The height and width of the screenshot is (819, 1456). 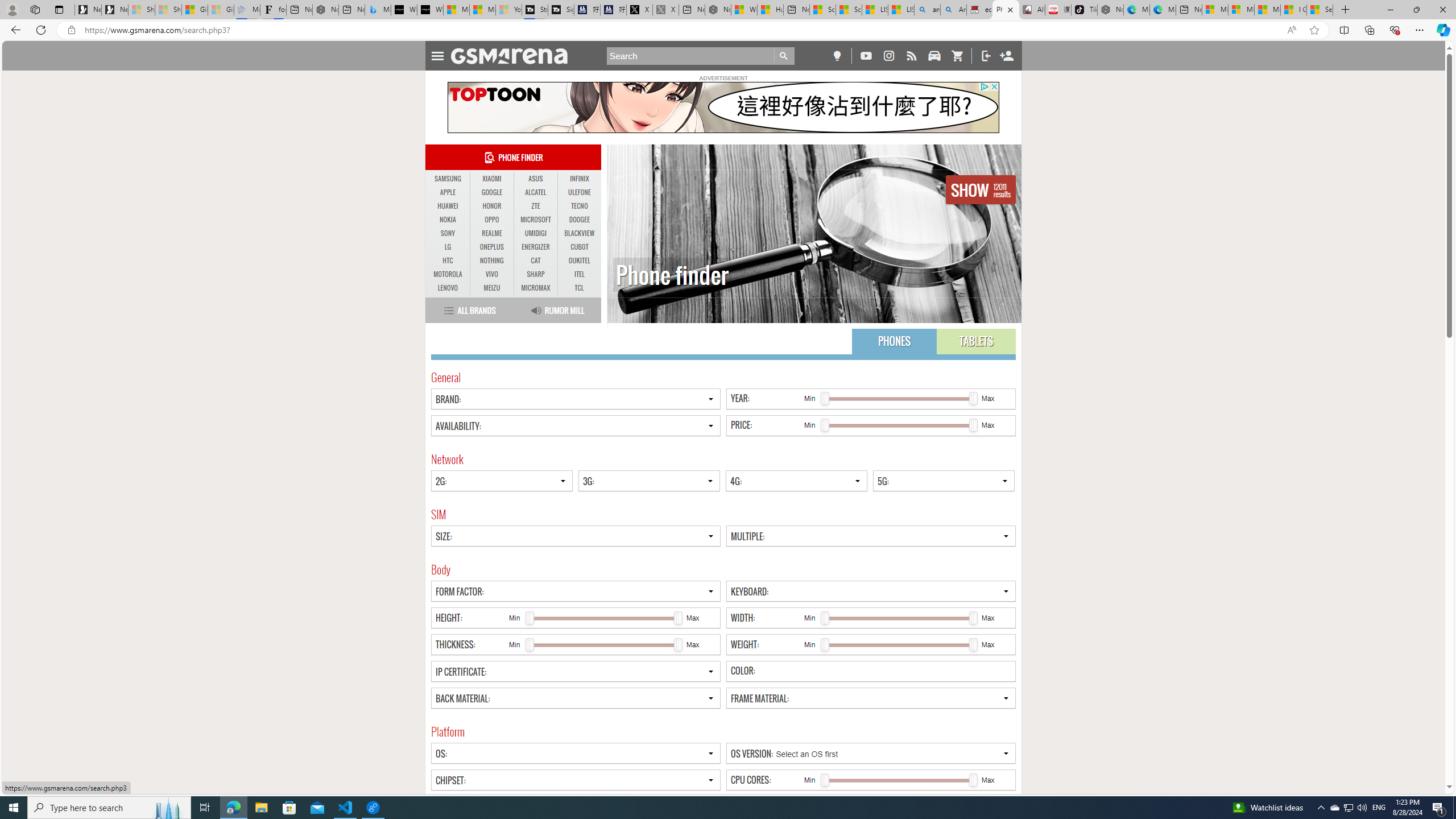 I want to click on 'BLACKVIEW', so click(x=579, y=233).